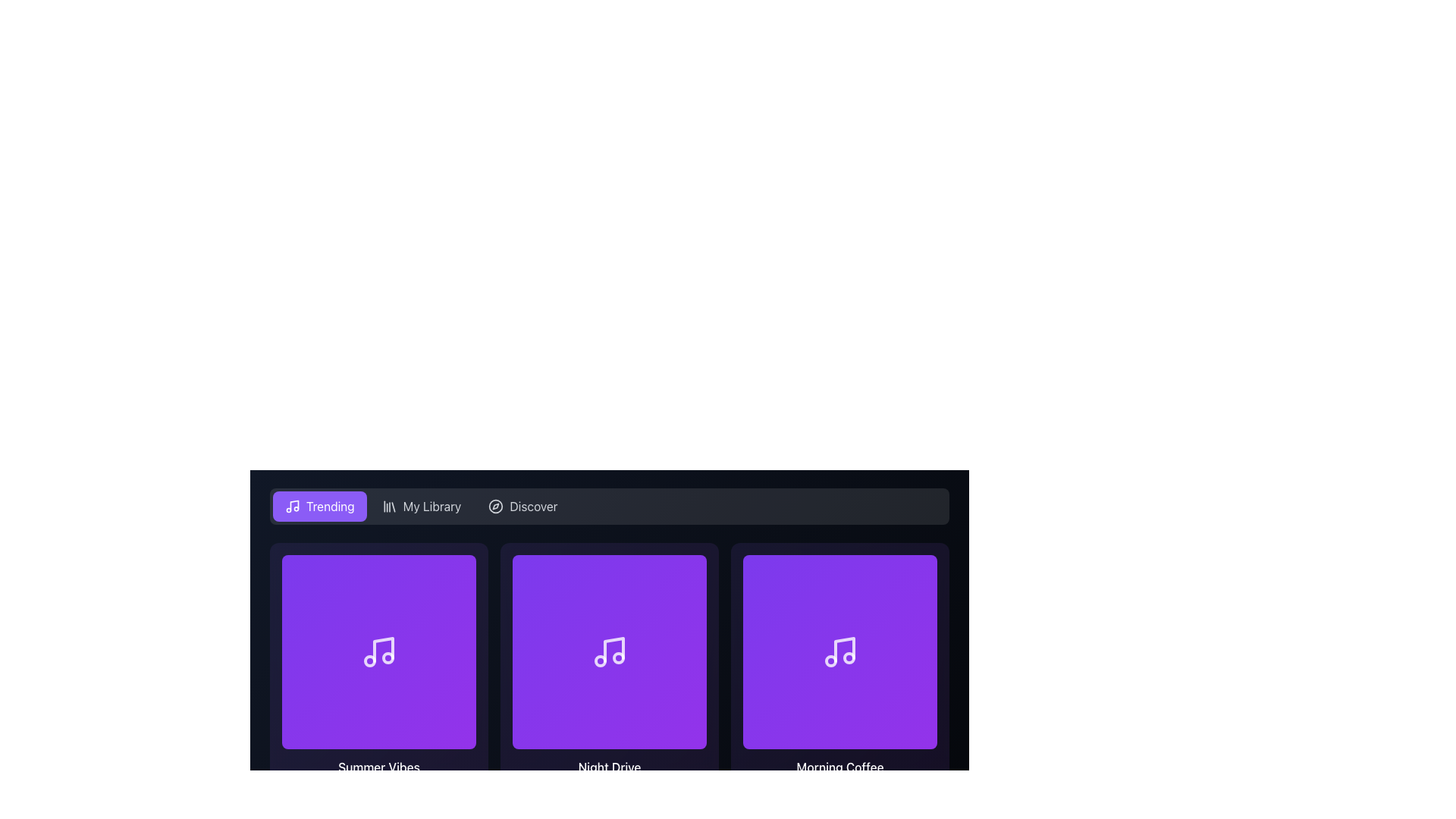 The height and width of the screenshot is (819, 1456). I want to click on the Decorative block representing the 'Summer Vibes' audio playlist located within the first music tile under the 'Trending' category, so click(378, 651).